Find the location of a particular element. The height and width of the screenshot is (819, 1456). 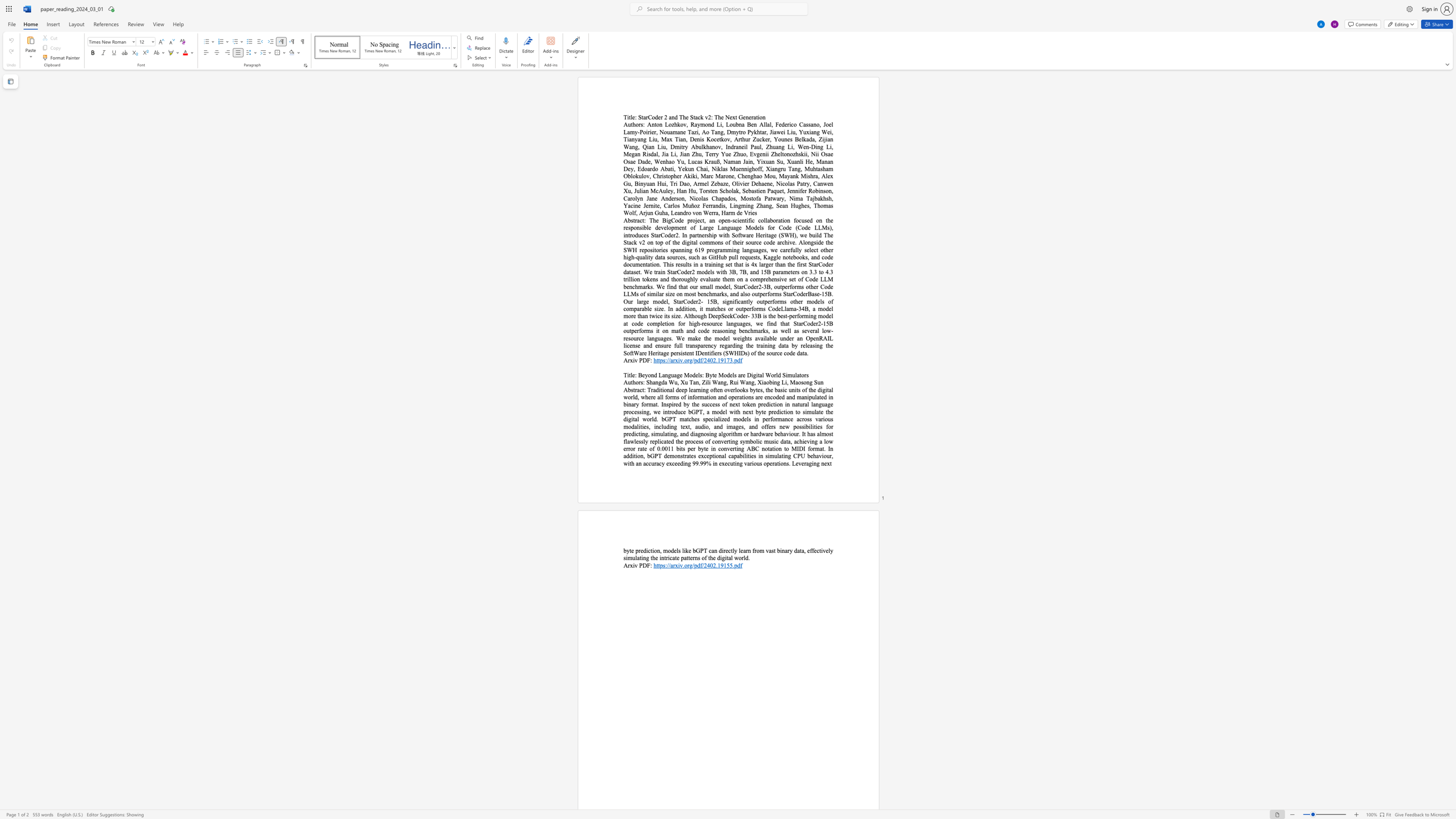

the subset text "g Li," within the text "Xiaobing Li," is located at coordinates (776, 382).